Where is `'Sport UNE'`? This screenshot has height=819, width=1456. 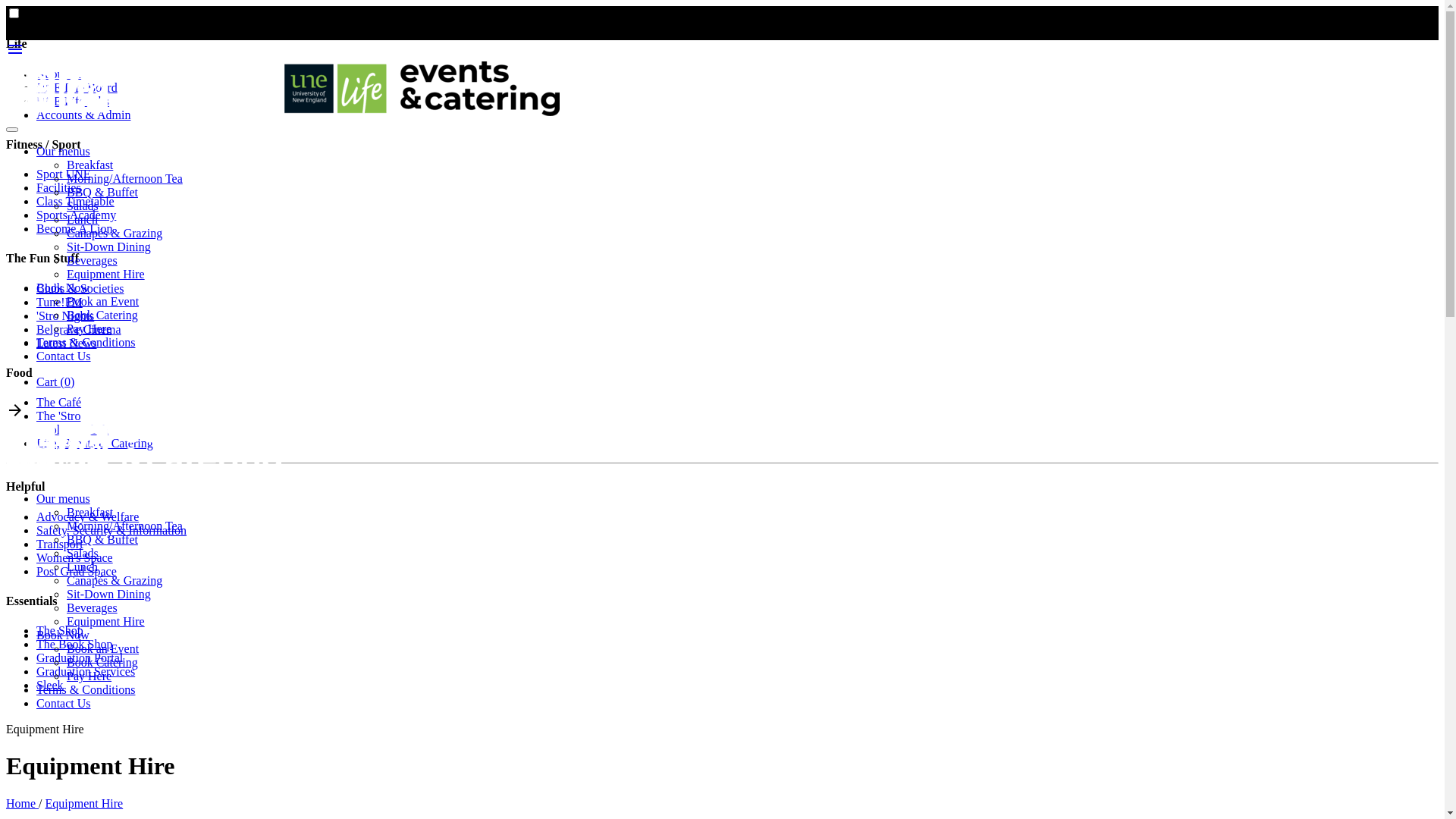 'Sport UNE' is located at coordinates (62, 173).